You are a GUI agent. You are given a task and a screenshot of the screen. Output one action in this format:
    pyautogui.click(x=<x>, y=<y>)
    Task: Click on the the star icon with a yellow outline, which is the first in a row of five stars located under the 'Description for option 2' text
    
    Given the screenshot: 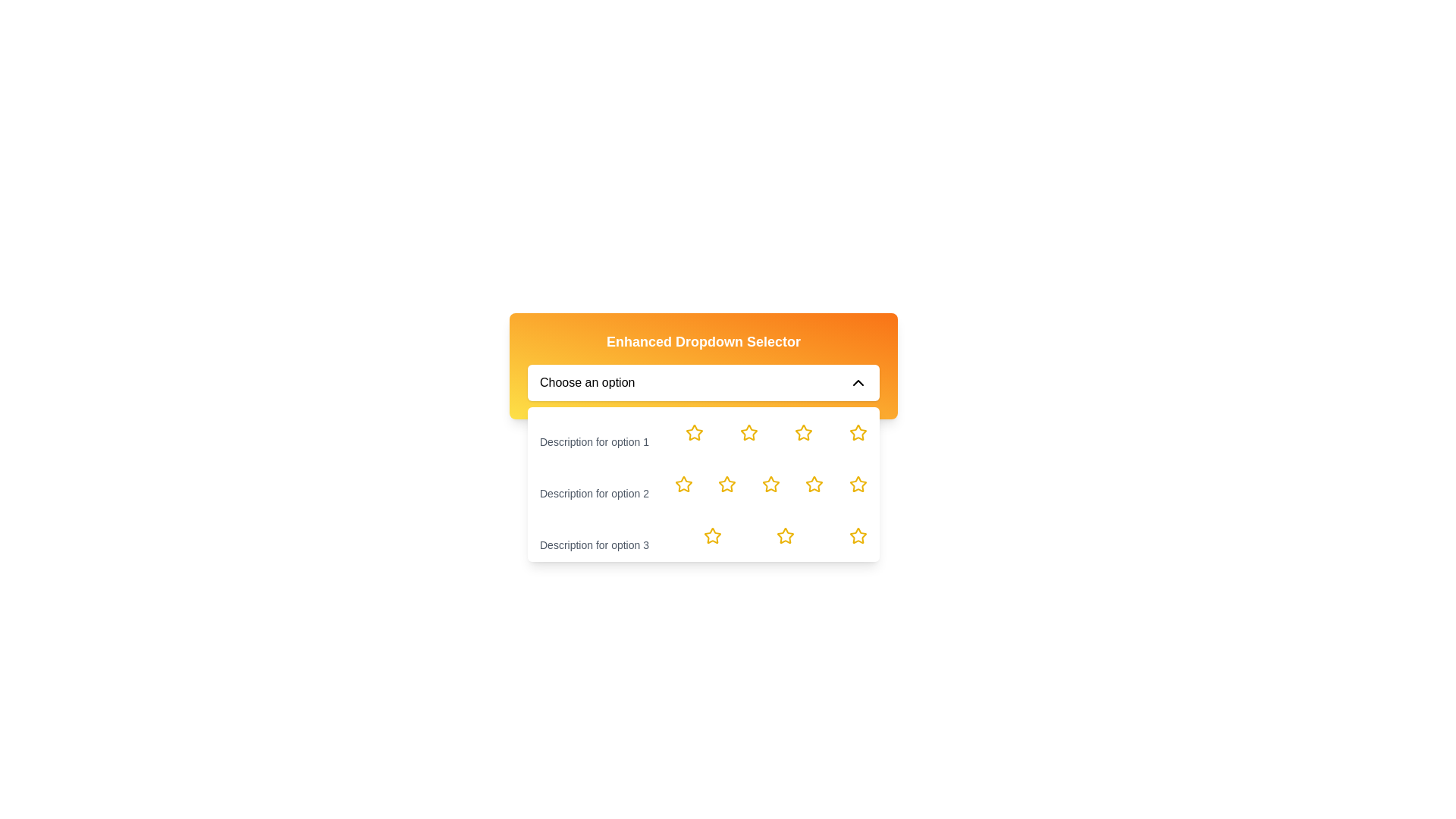 What is the action you would take?
    pyautogui.click(x=682, y=485)
    